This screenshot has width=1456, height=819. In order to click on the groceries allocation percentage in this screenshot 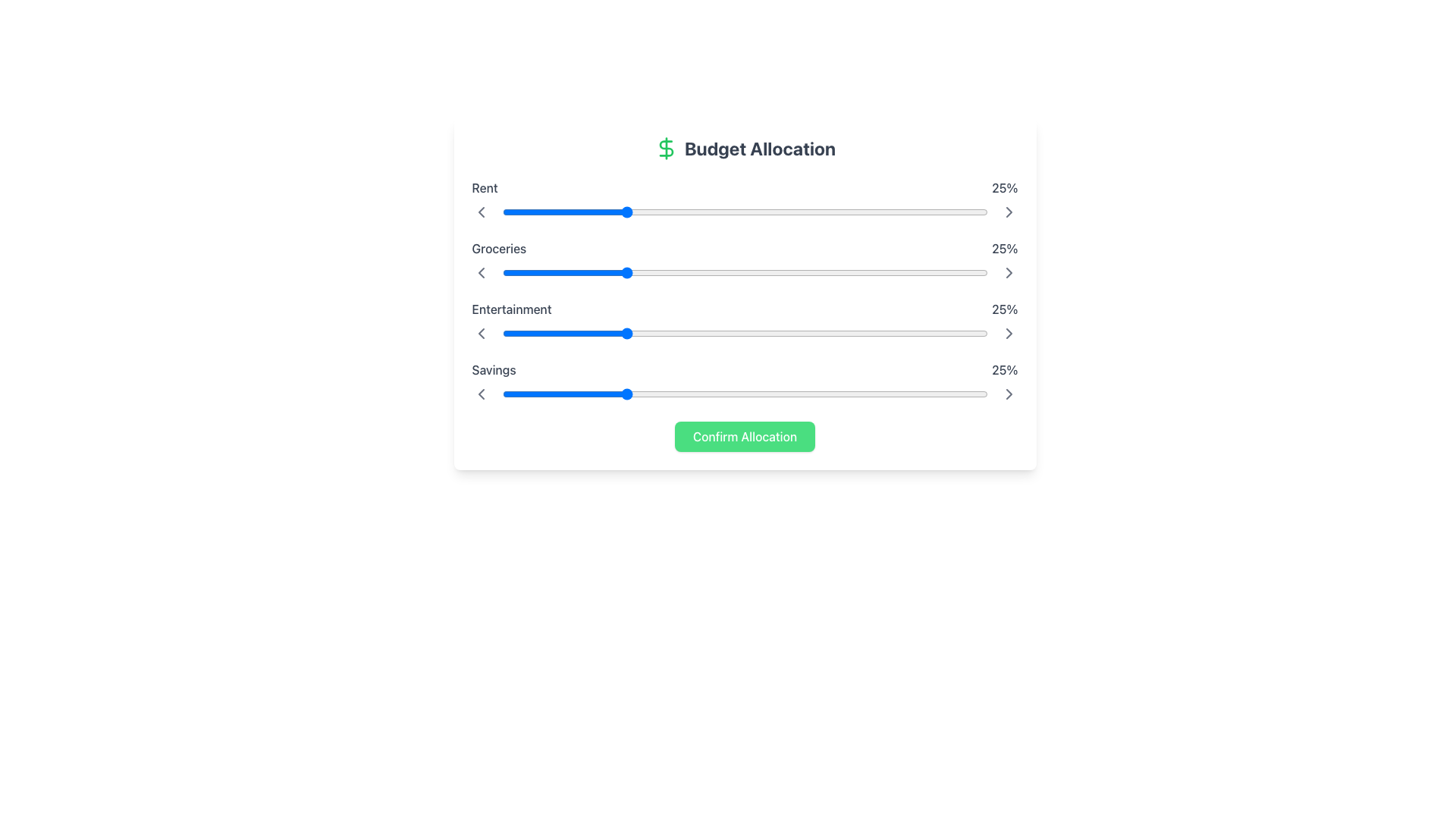, I will do `click(759, 271)`.